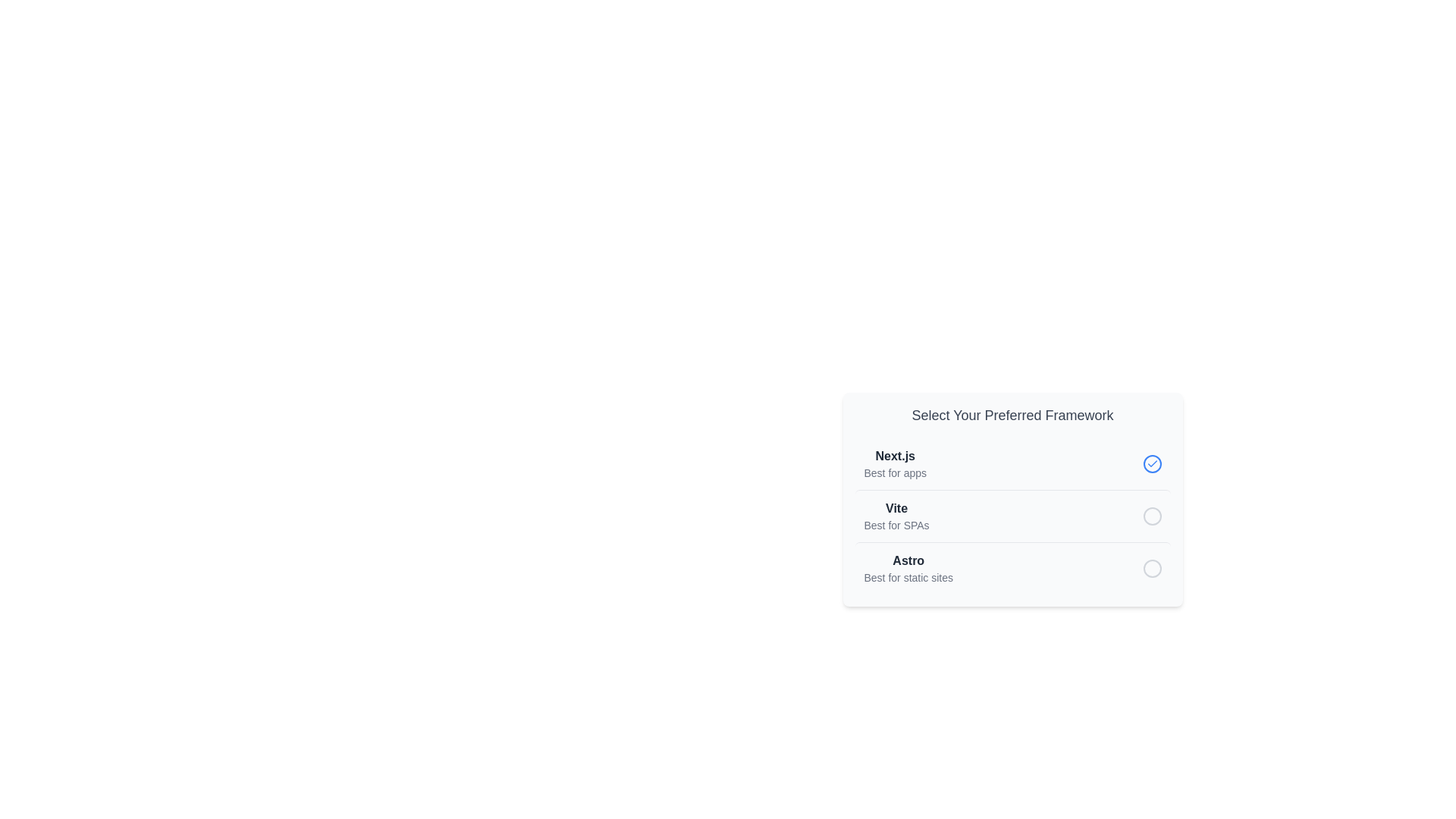 The width and height of the screenshot is (1456, 819). I want to click on the second selectable list item labeled 'Vite', so click(1012, 515).